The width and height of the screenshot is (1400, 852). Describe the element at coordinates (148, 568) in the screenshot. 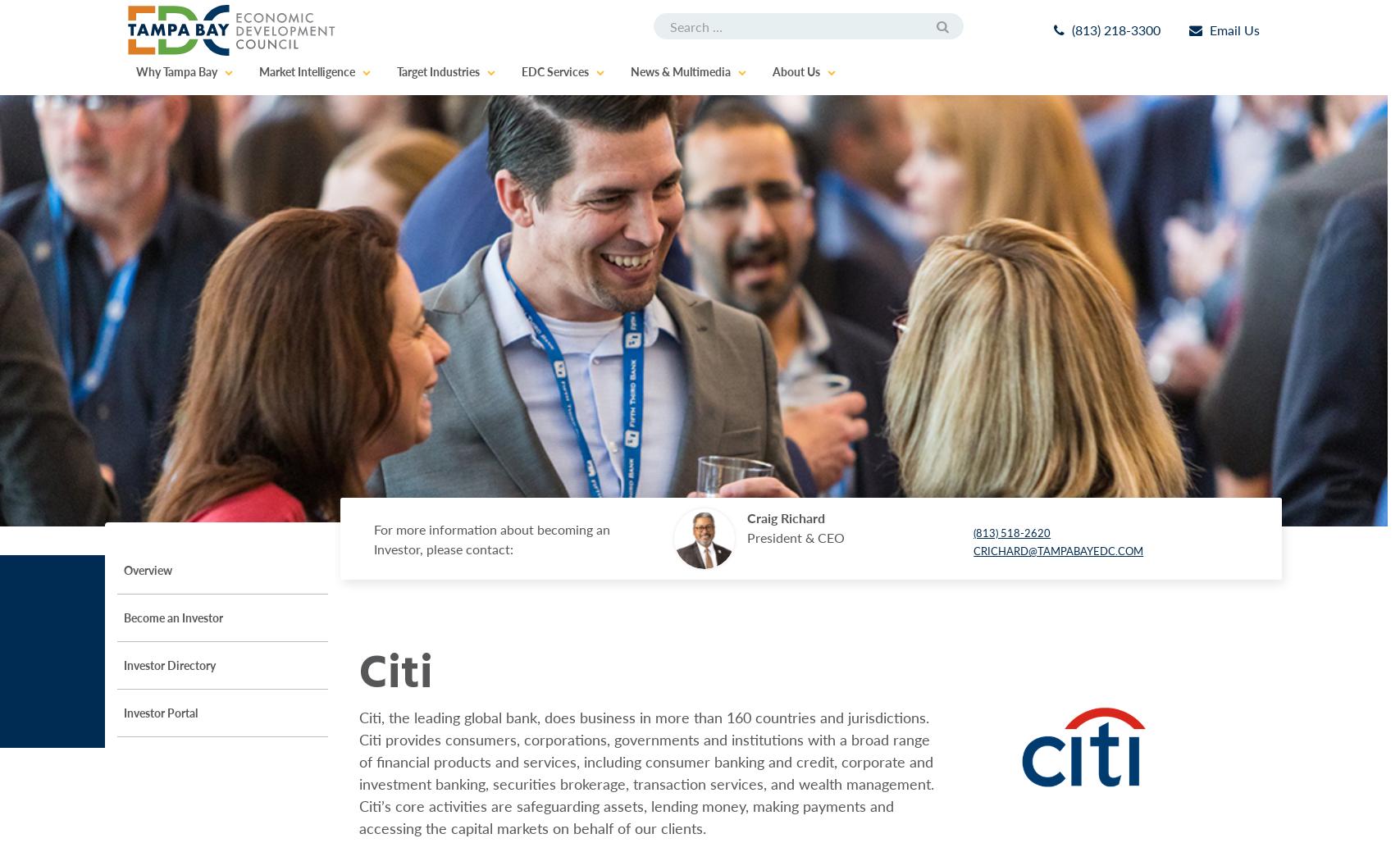

I see `'Overview'` at that location.